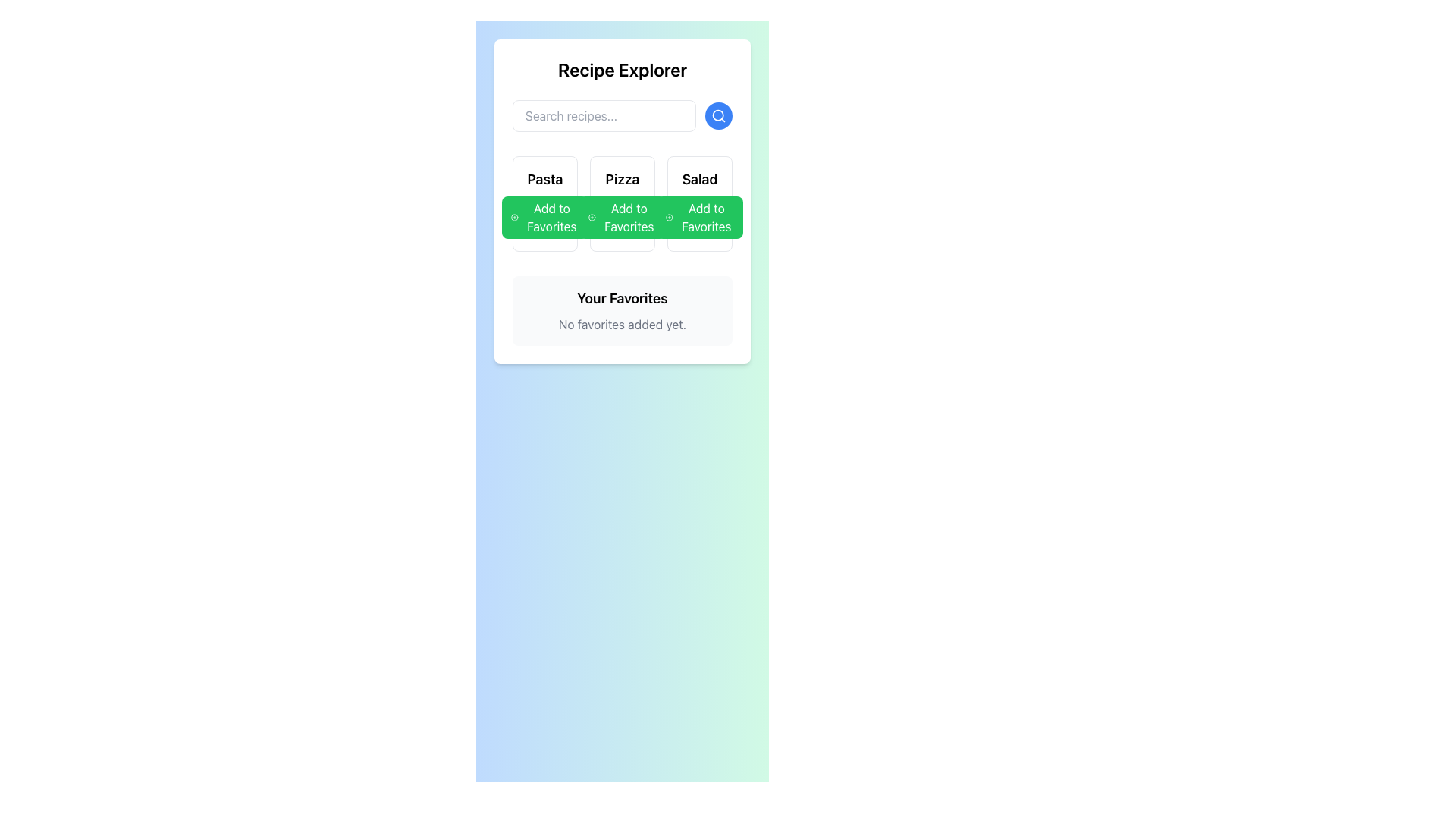 The image size is (1456, 819). Describe the element at coordinates (718, 115) in the screenshot. I see `the blue circular button with a white magnifying glass icon` at that location.